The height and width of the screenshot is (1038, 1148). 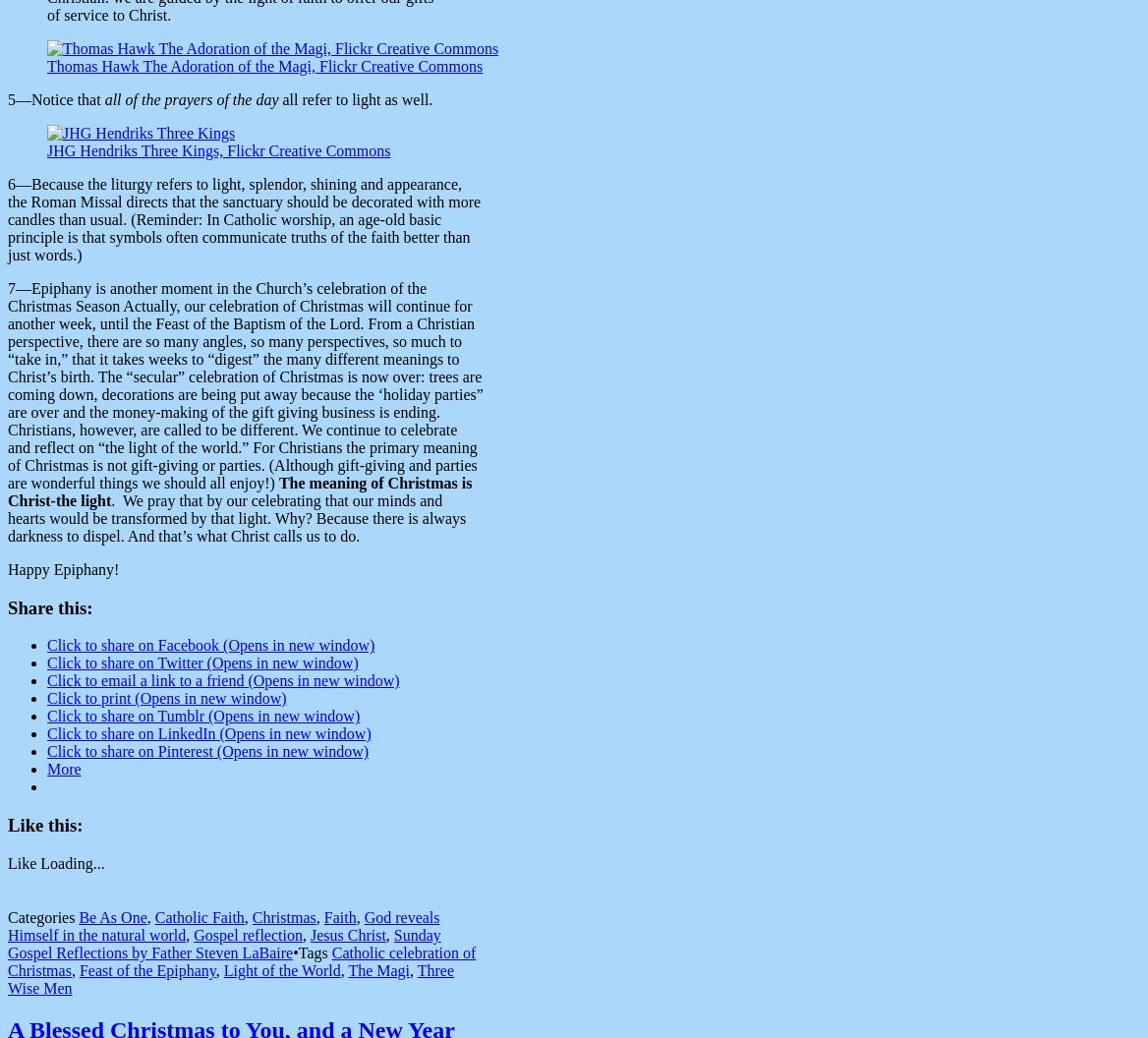 I want to click on 'Click to share on LinkedIn (Opens in new window)', so click(x=208, y=732).